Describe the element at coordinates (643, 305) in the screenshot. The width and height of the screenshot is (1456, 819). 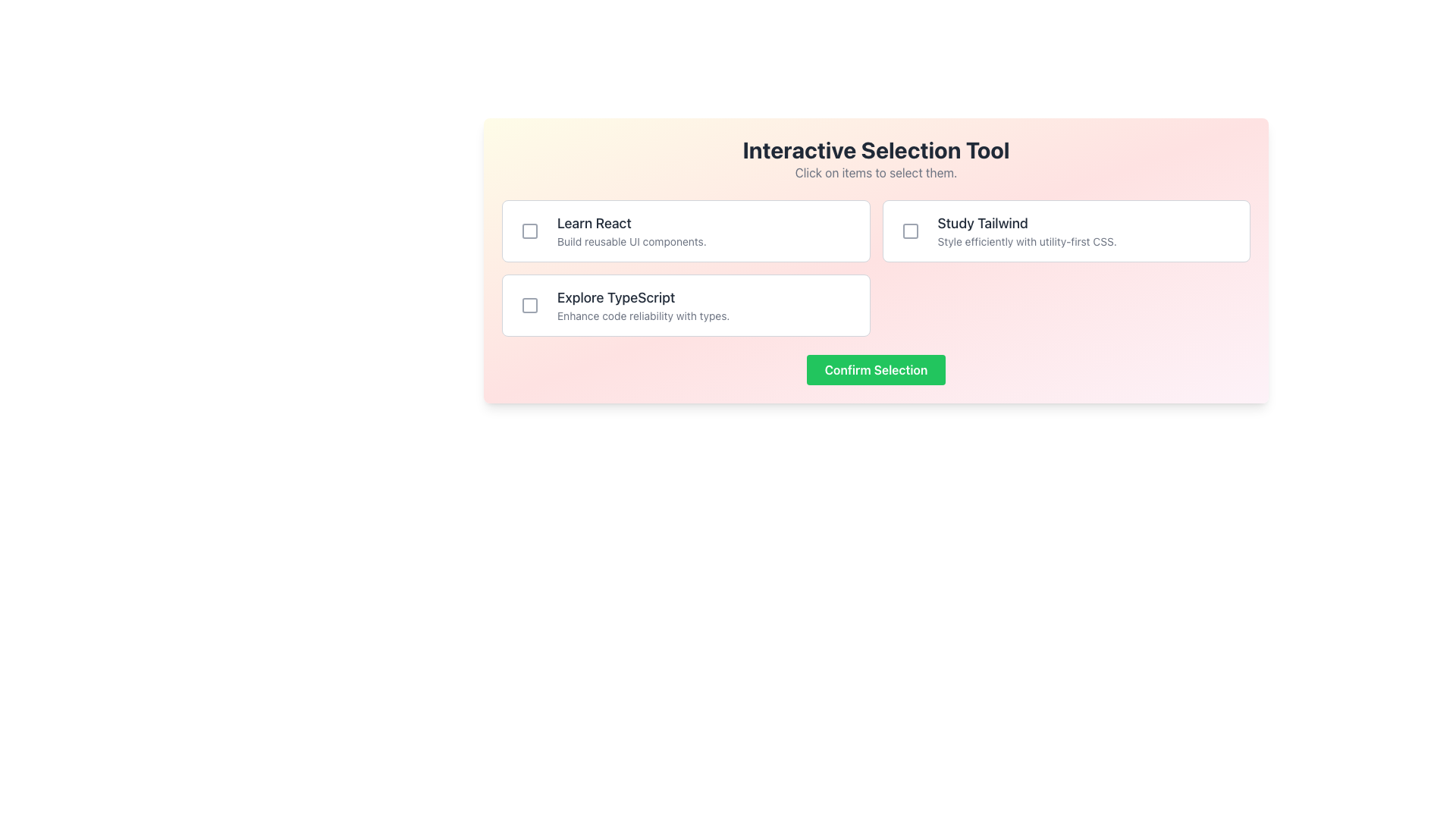
I see `the static text content that reads 'Explore TypeScript' and 'Enhance code reliability with types.' located in the second card from the top, positioned to the right of a checkbox icon` at that location.